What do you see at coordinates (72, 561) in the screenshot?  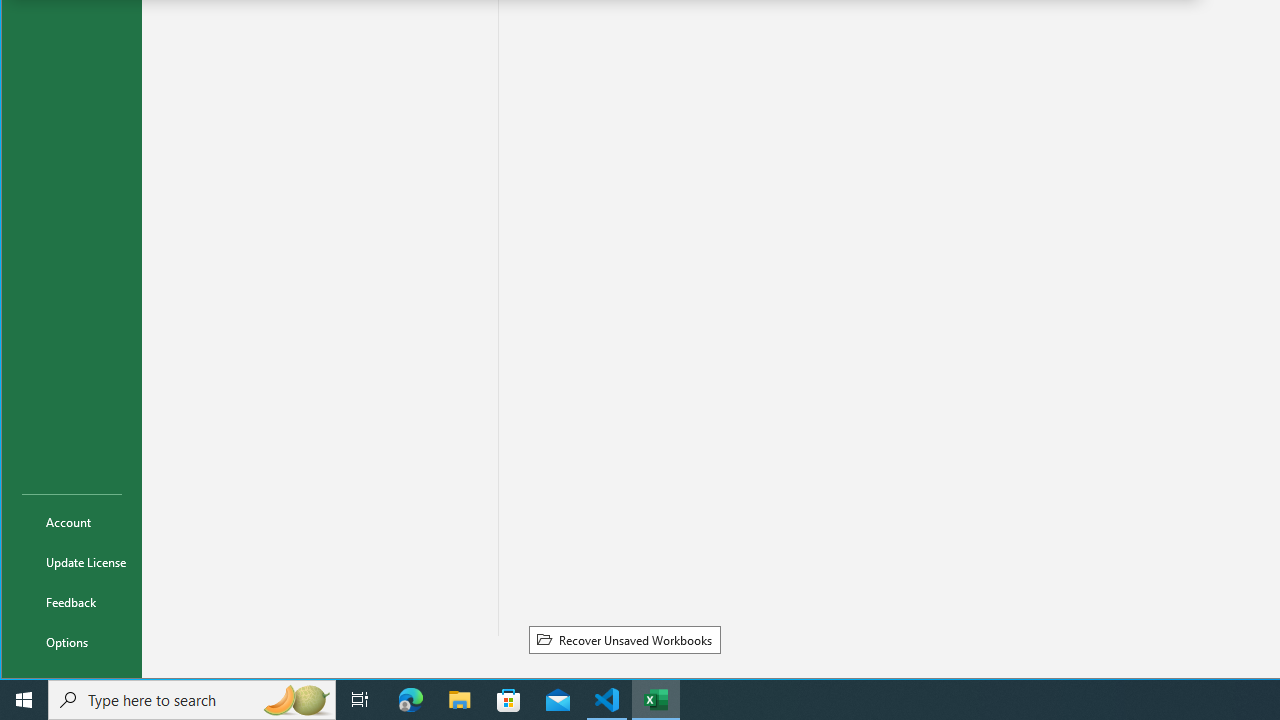 I see `'Update License'` at bounding box center [72, 561].